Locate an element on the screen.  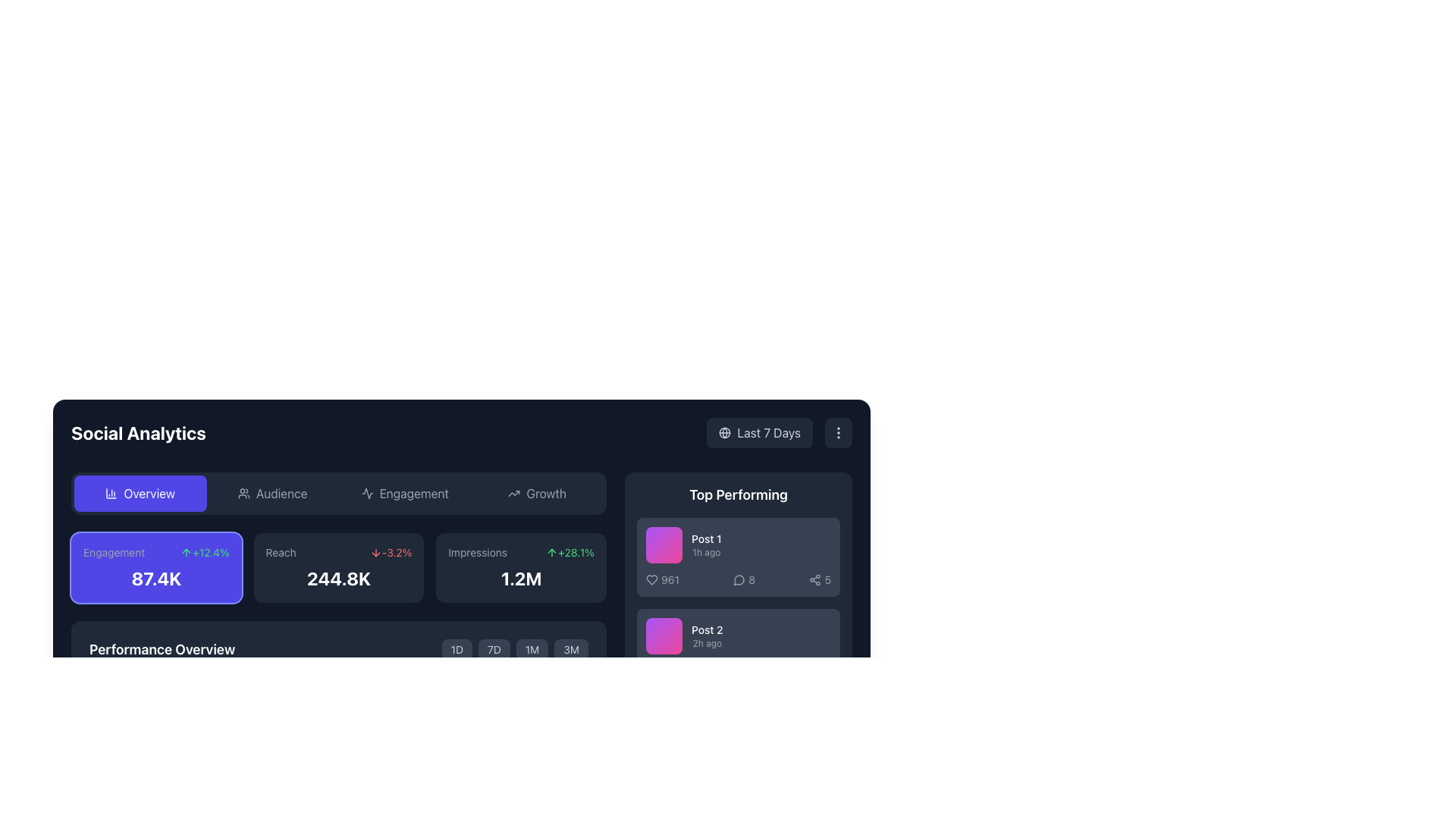
the 'Reach' text label, which is a small, gray font element located at the top-left corner of a group containing the value '-3.2%' and a downward arrow icon in the analytics section is located at coordinates (281, 553).